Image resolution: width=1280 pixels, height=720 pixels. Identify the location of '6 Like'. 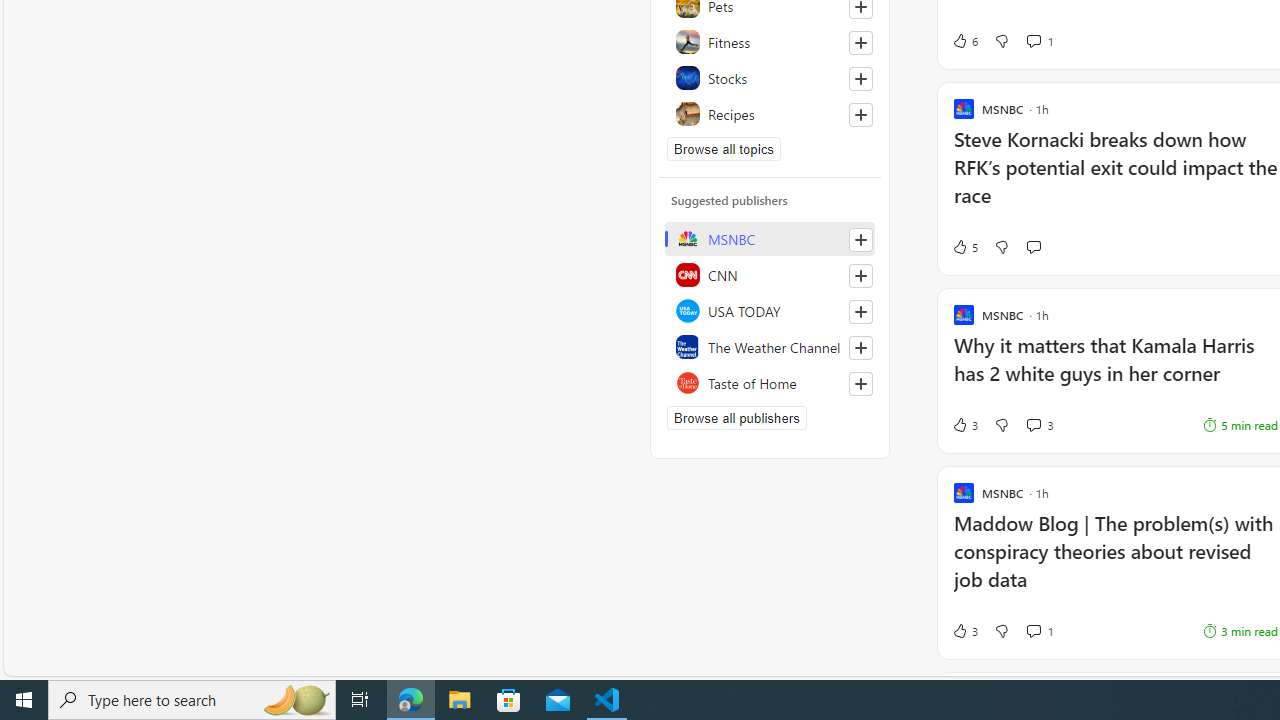
(964, 41).